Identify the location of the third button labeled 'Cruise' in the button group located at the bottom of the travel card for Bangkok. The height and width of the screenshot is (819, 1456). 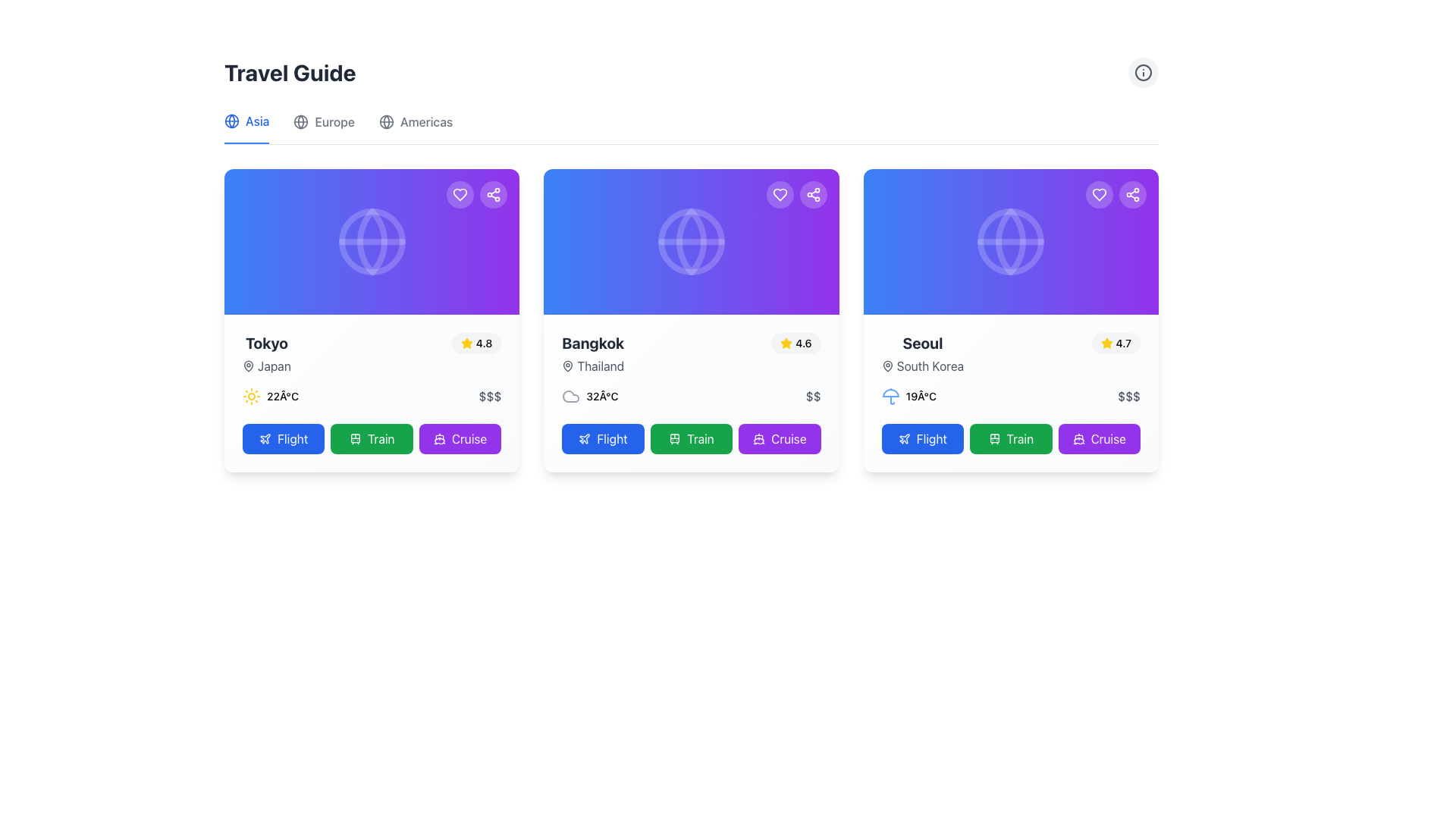
(780, 438).